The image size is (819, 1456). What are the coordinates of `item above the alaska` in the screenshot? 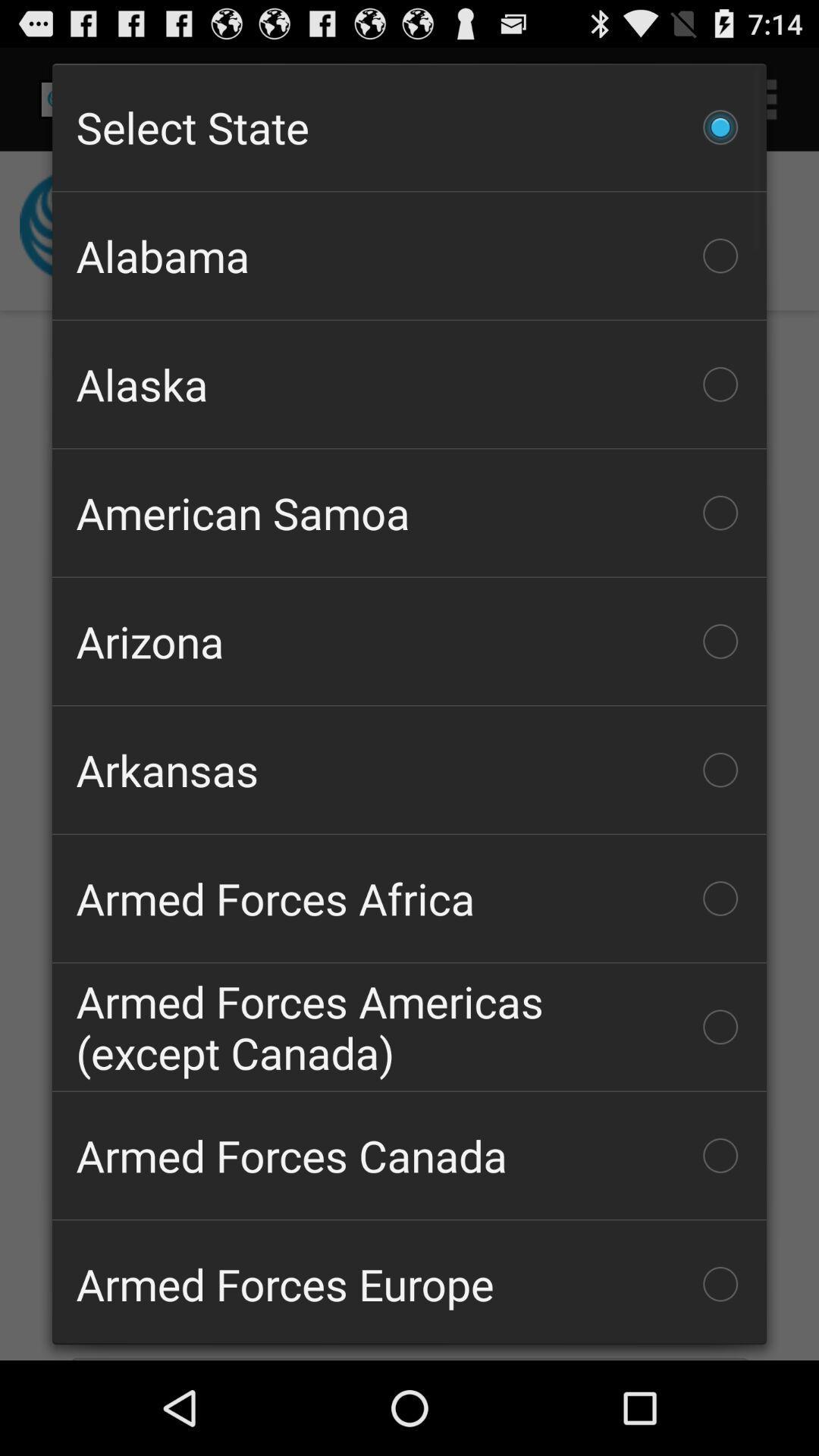 It's located at (409, 256).